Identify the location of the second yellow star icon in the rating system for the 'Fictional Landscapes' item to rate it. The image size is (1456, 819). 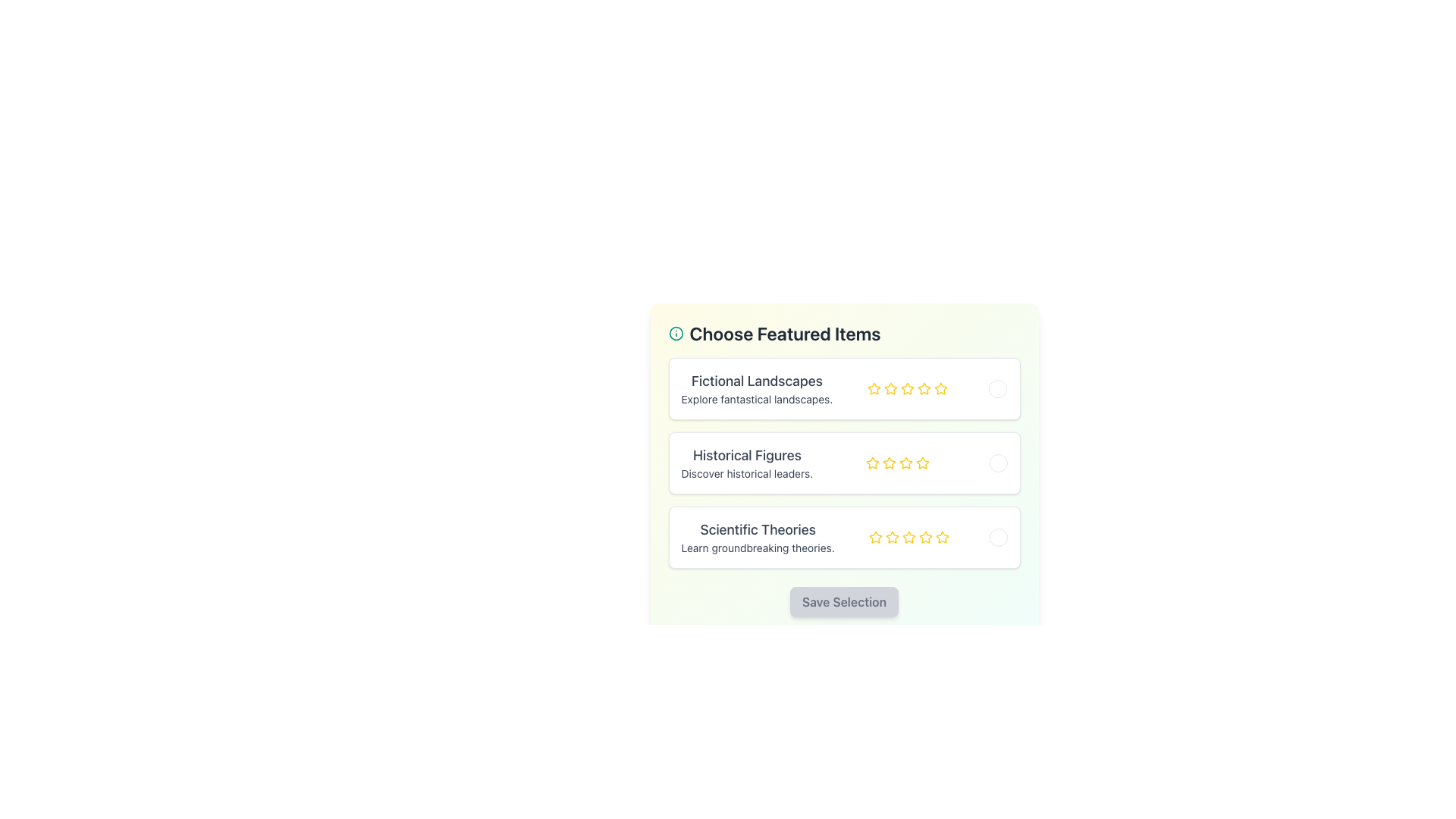
(908, 388).